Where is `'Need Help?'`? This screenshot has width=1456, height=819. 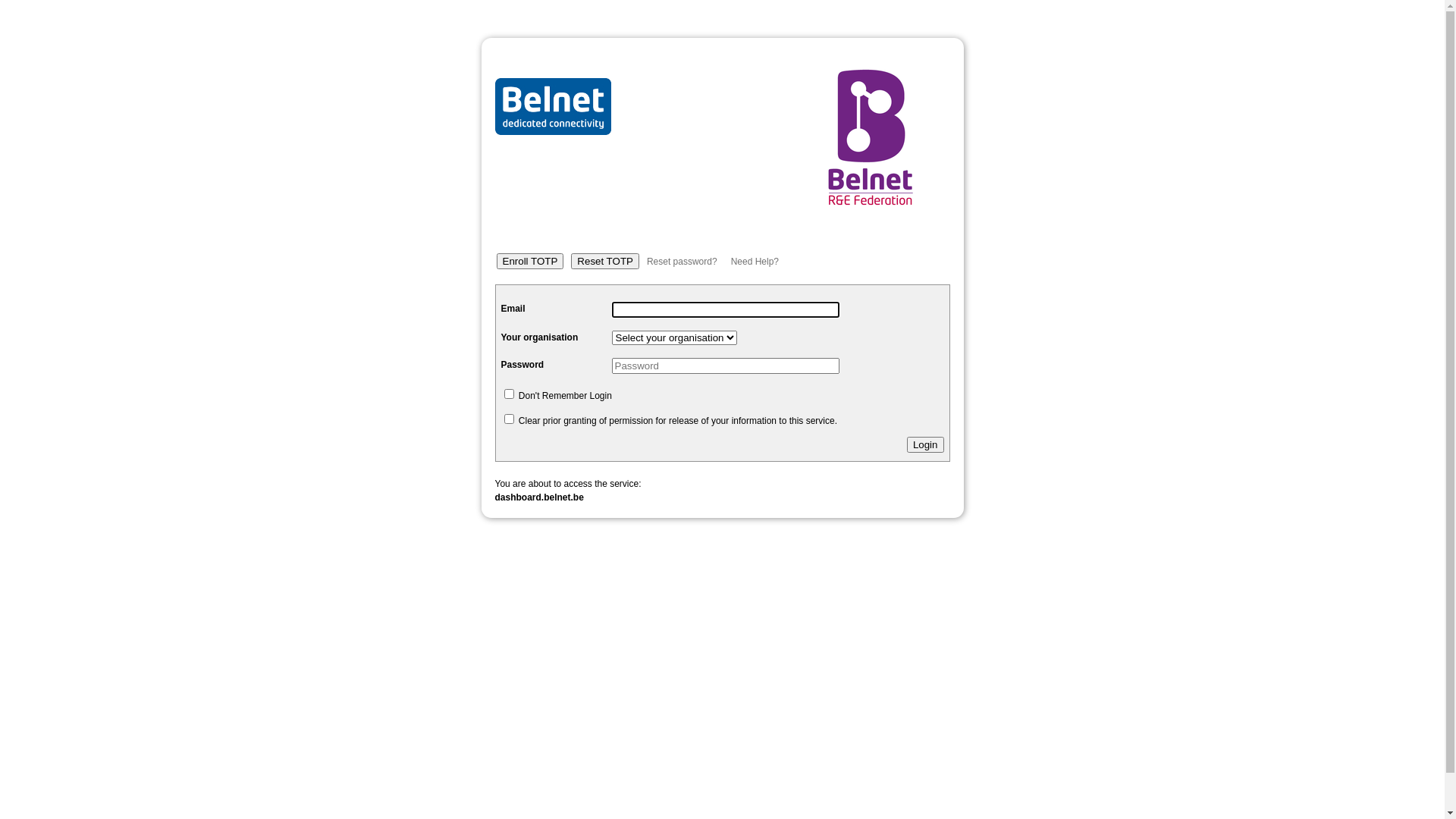
'Need Help?' is located at coordinates (731, 260).